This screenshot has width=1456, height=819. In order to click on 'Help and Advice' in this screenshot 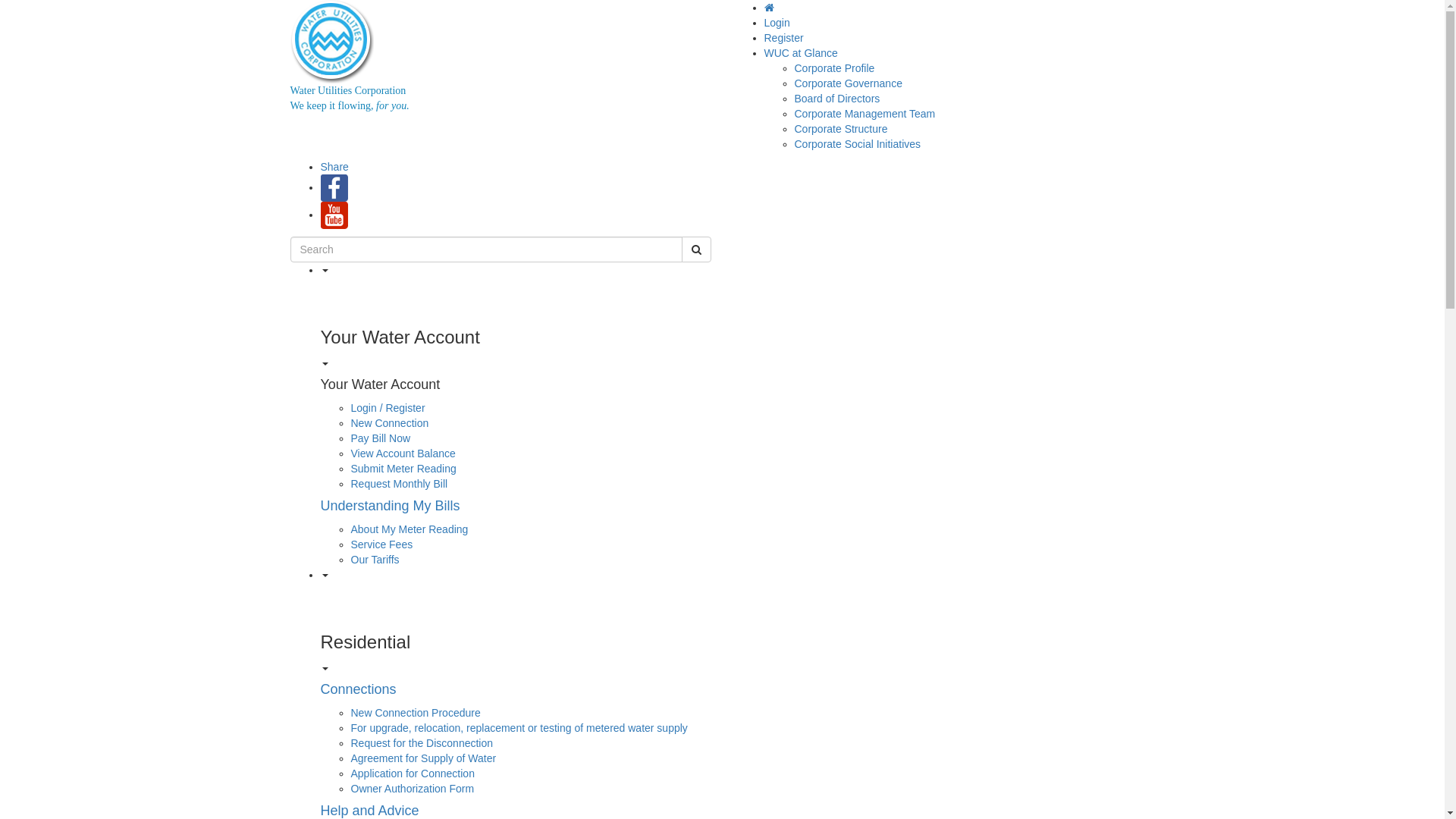, I will do `click(369, 809)`.